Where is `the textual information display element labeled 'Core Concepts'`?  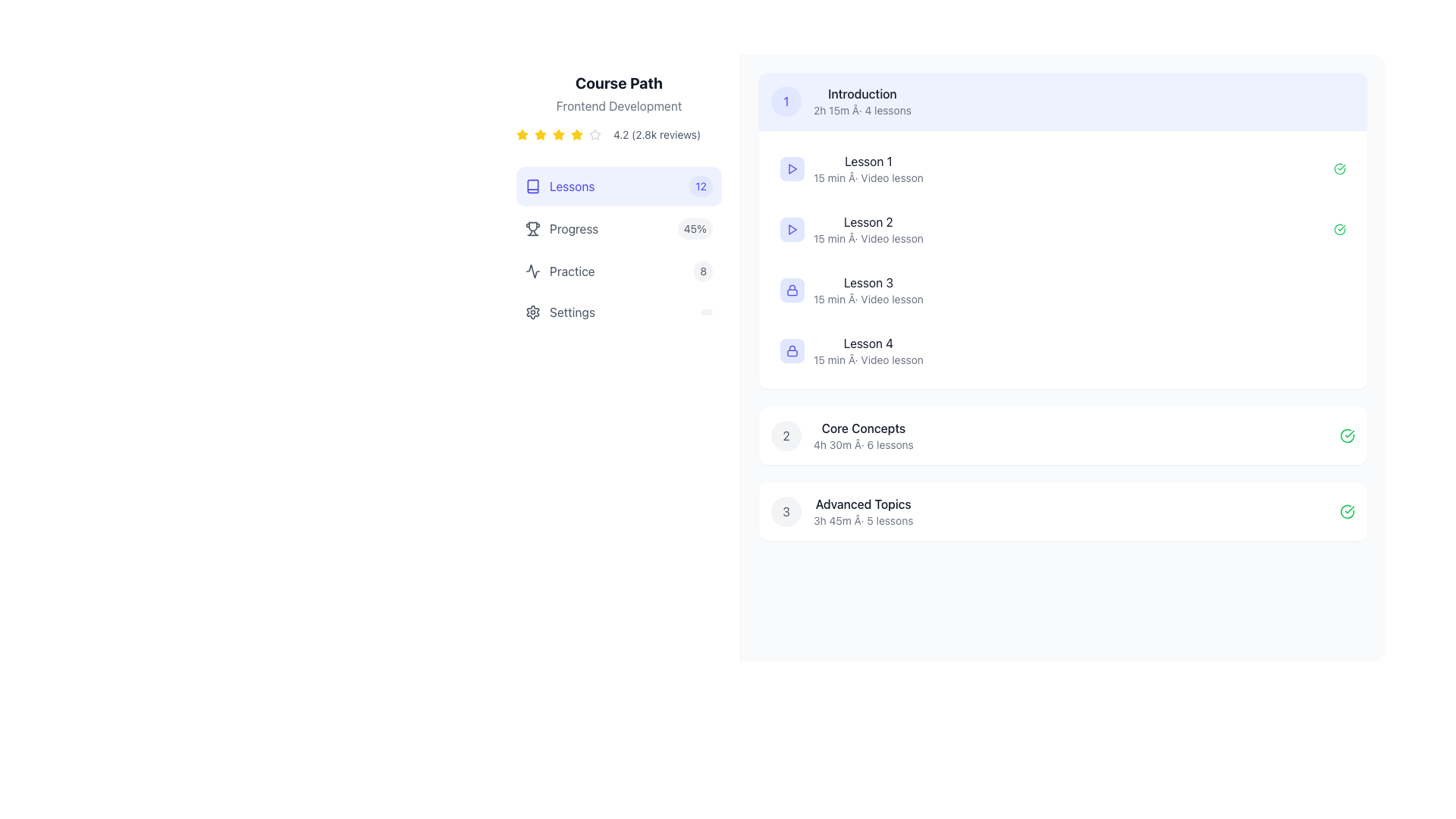 the textual information display element labeled 'Core Concepts' is located at coordinates (863, 435).